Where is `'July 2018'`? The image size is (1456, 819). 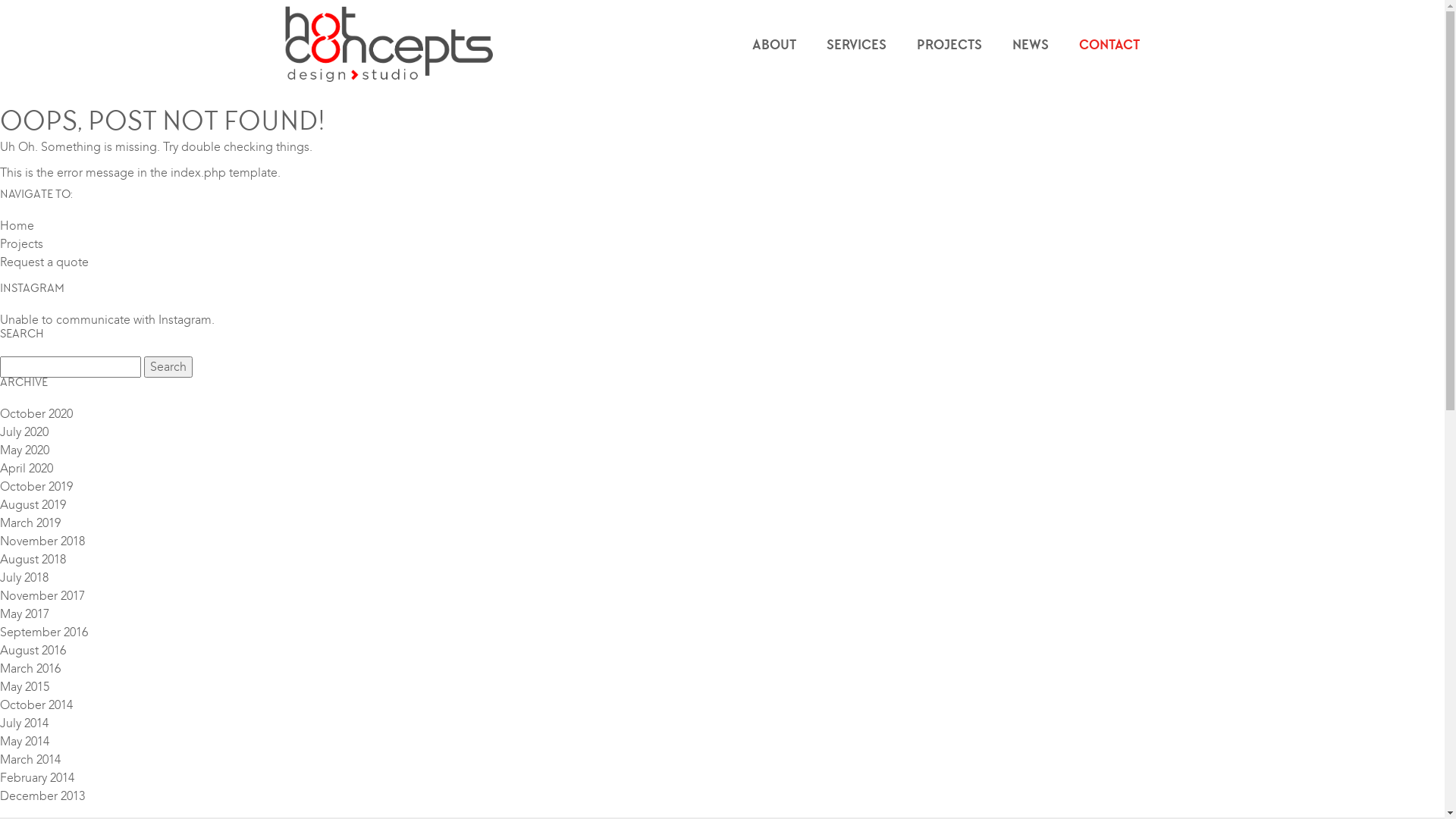
'July 2018' is located at coordinates (24, 578).